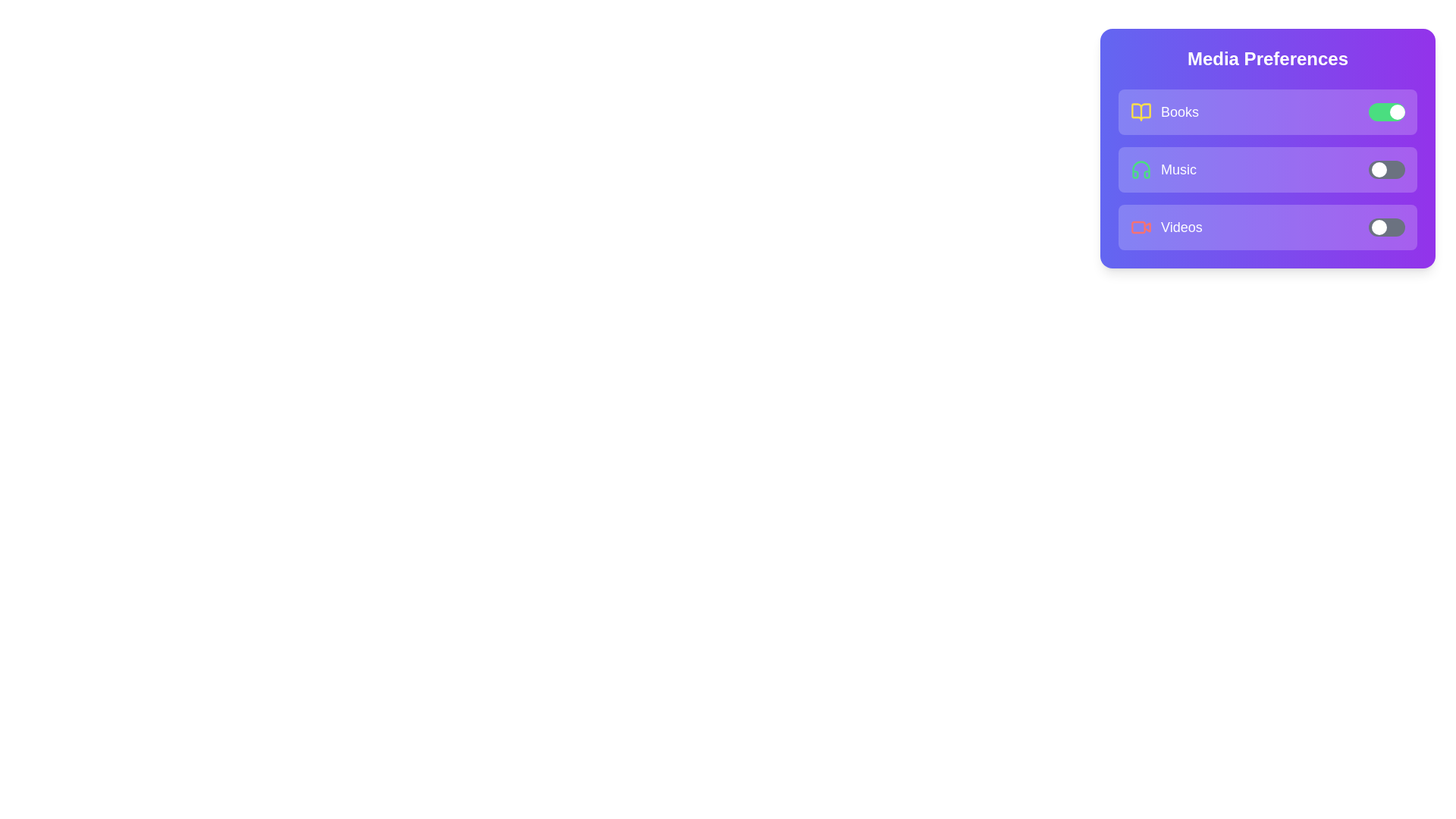 This screenshot has width=1456, height=819. What do you see at coordinates (1397, 111) in the screenshot?
I see `the circular toggle thumb of the sliding switch in the 'Media Preferences' panel under the 'Books' preference` at bounding box center [1397, 111].